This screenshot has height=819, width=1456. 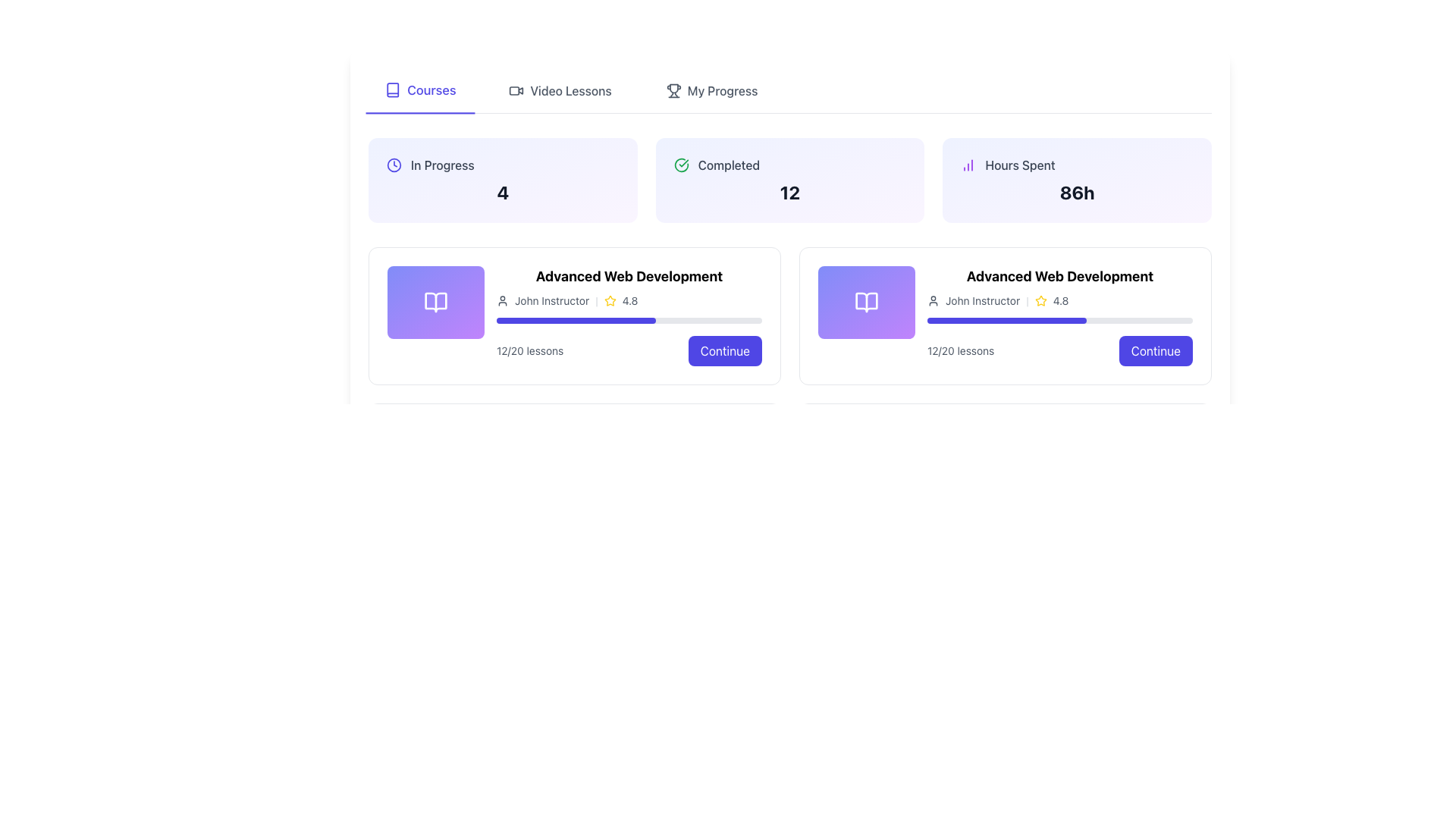 What do you see at coordinates (680, 165) in the screenshot?
I see `the visual styling of the completion success icon located to the left of the 'Completed' label in the top row of the interface` at bounding box center [680, 165].